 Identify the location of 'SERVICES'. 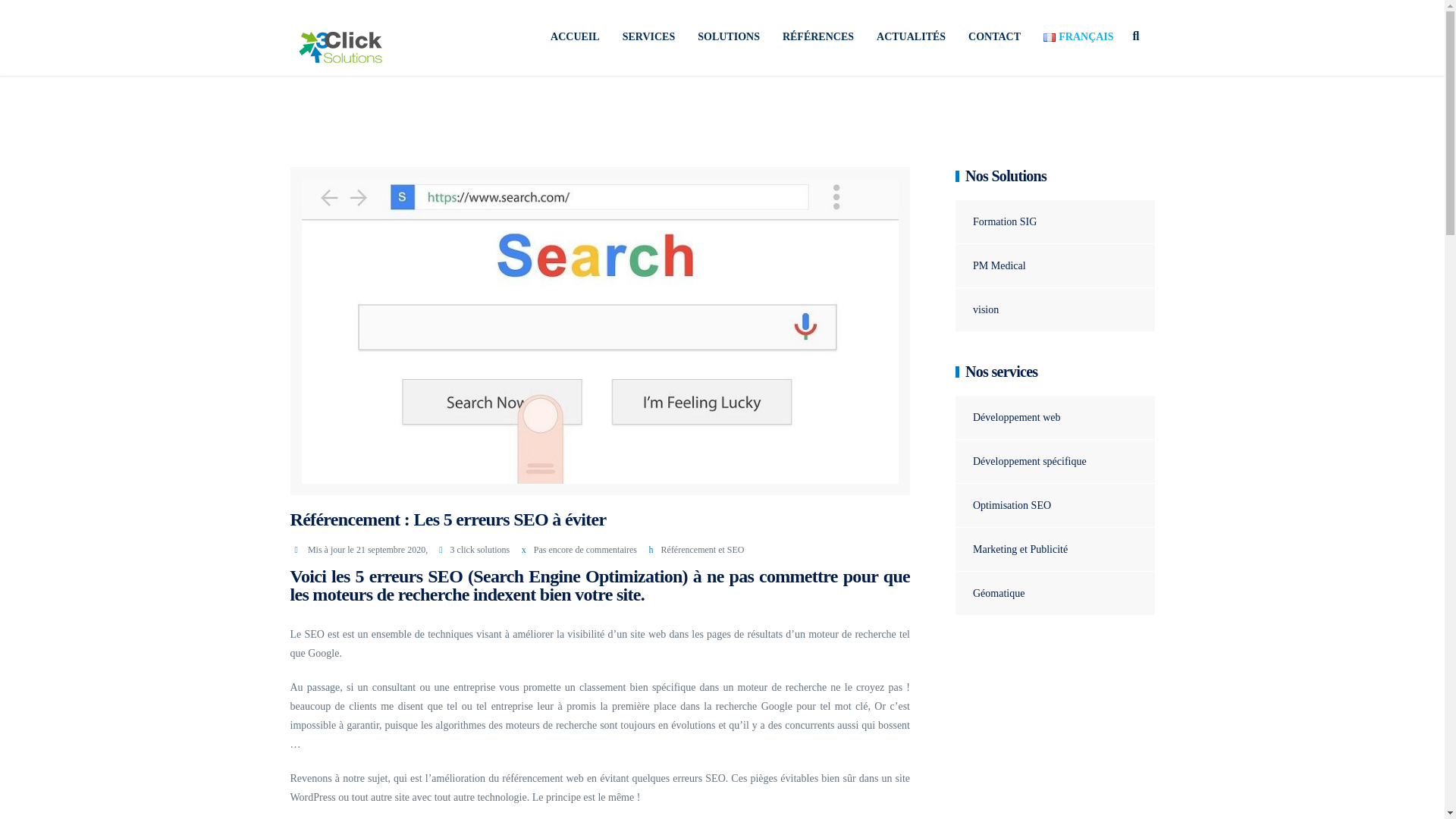
(648, 36).